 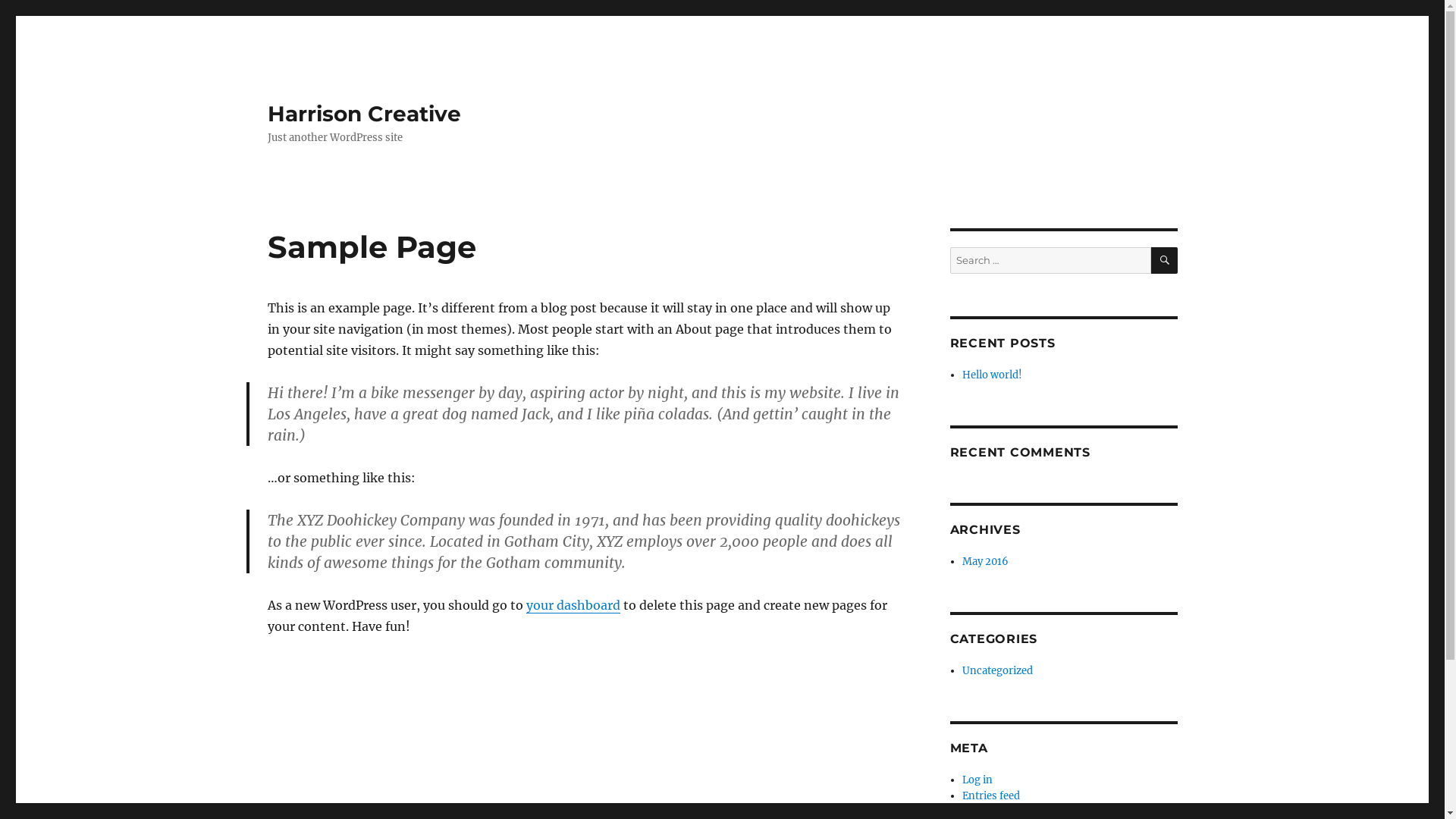 I want to click on 'SEARCH', so click(x=1163, y=259).